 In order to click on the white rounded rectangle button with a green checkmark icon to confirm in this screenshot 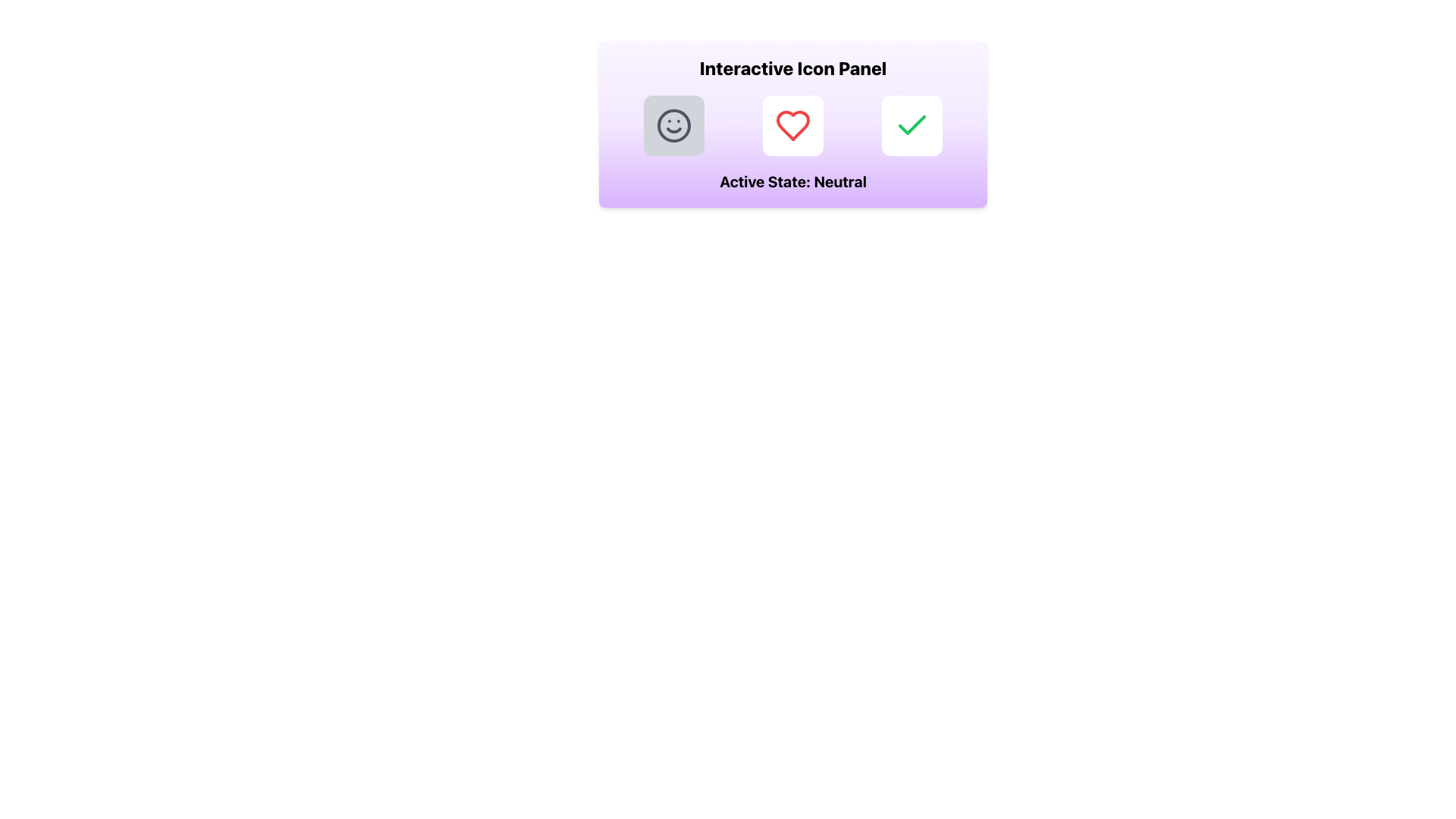, I will do `click(912, 124)`.